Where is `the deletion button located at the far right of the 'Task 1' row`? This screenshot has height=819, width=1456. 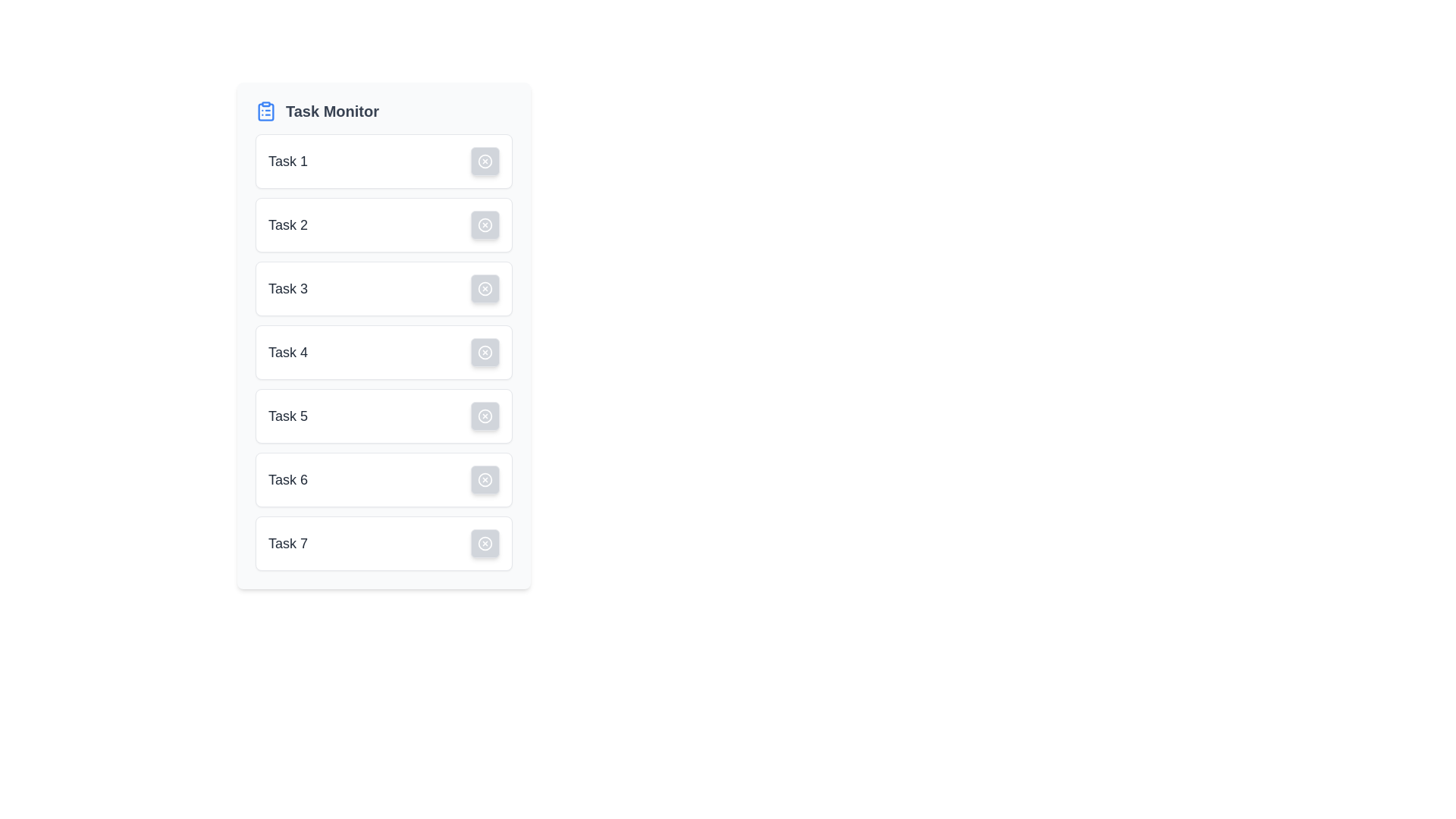
the deletion button located at the far right of the 'Task 1' row is located at coordinates (484, 161).